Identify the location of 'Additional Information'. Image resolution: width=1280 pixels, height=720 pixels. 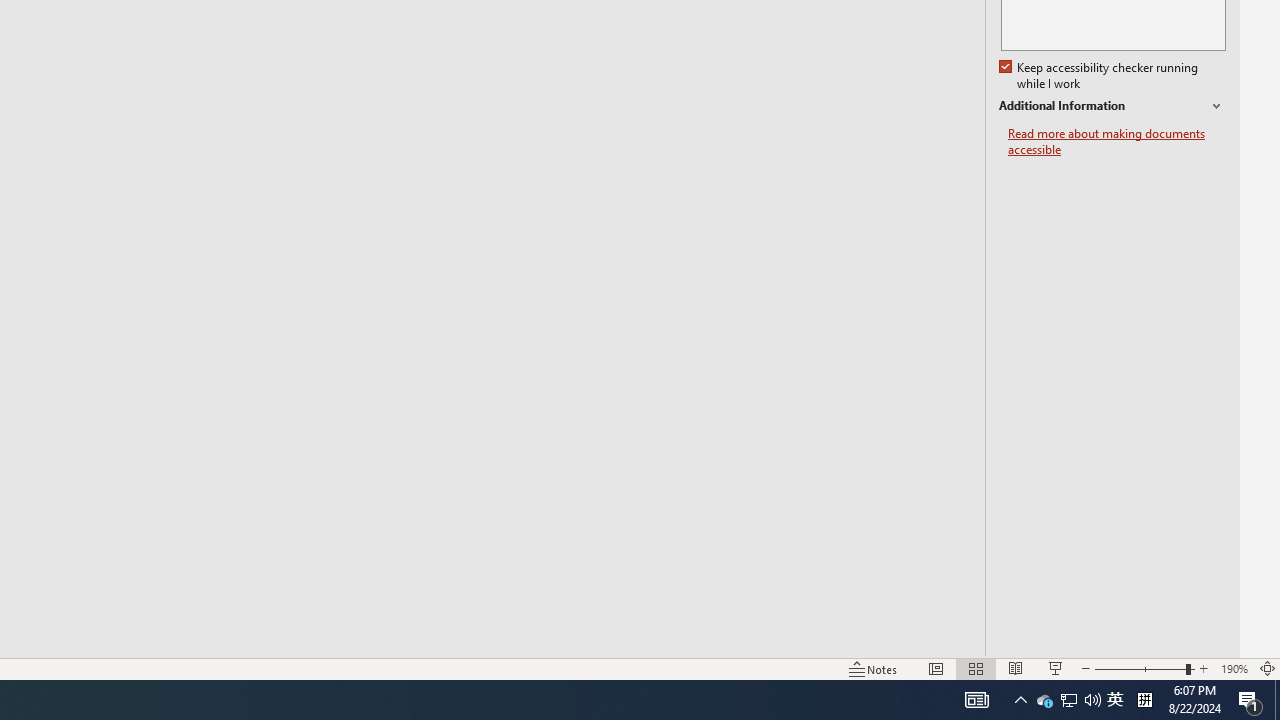
(1111, 106).